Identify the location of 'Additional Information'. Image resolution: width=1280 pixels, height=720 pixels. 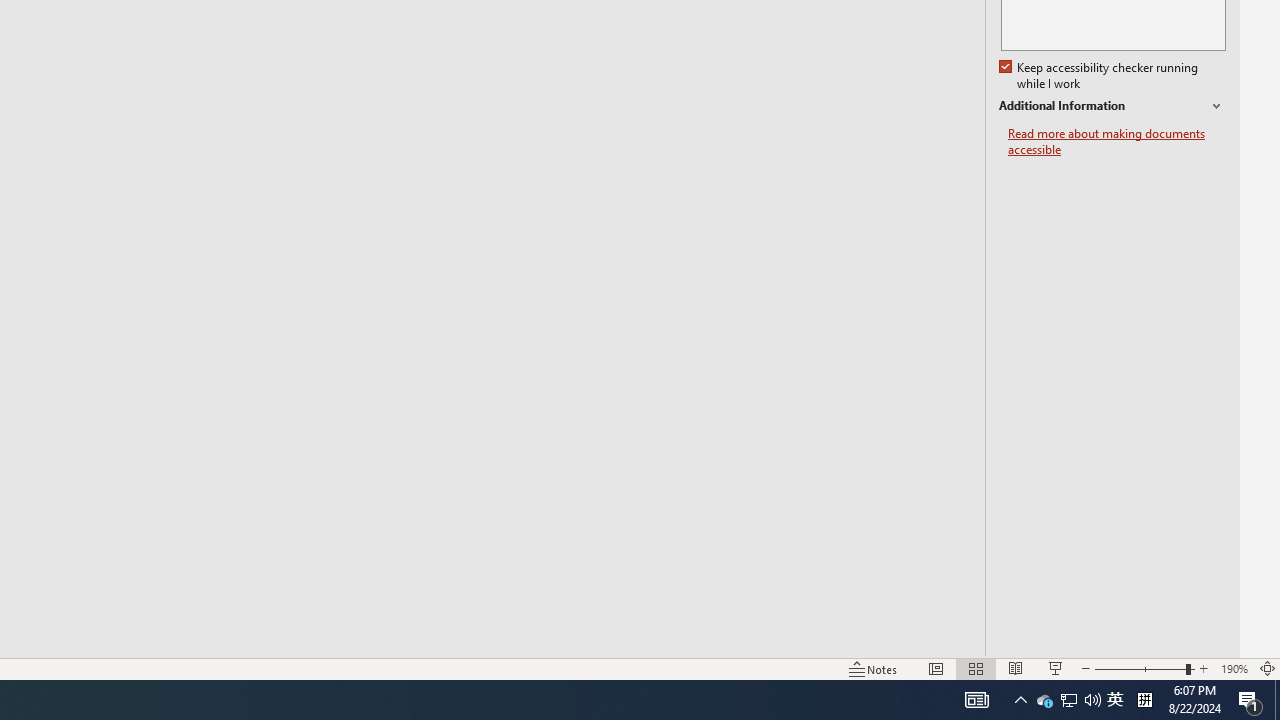
(1111, 106).